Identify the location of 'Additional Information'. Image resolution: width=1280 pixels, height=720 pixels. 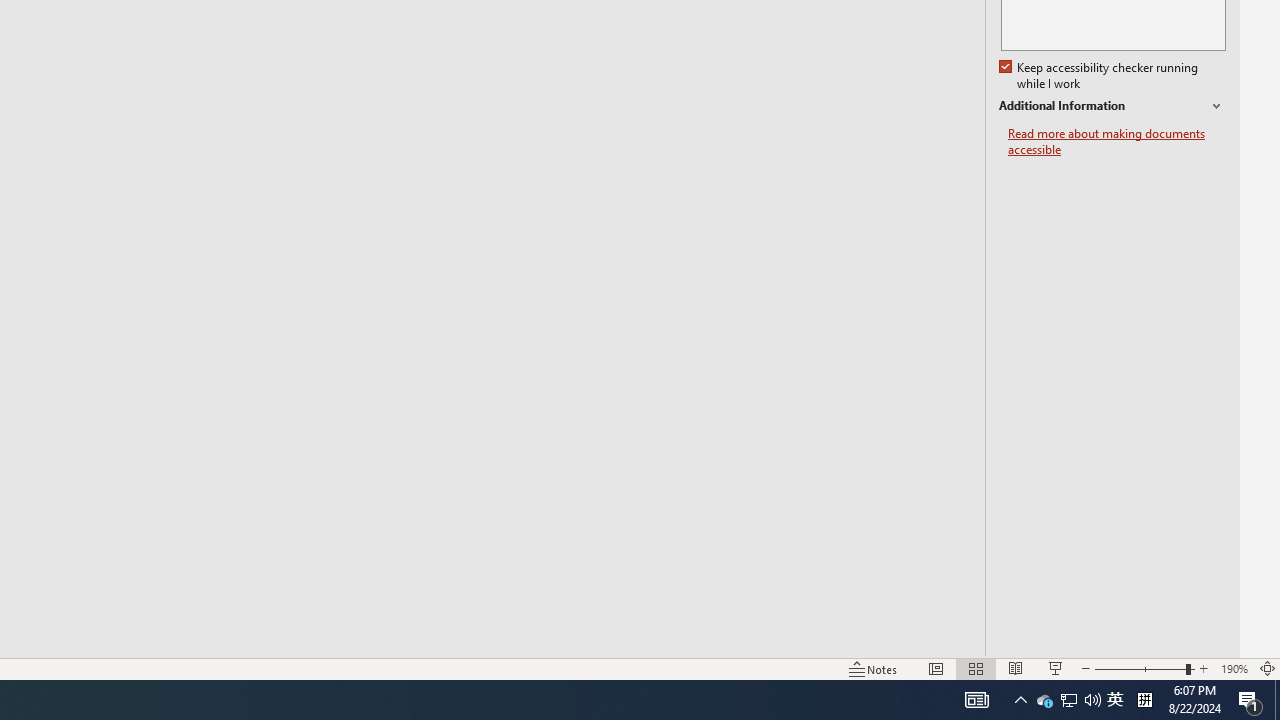
(1111, 106).